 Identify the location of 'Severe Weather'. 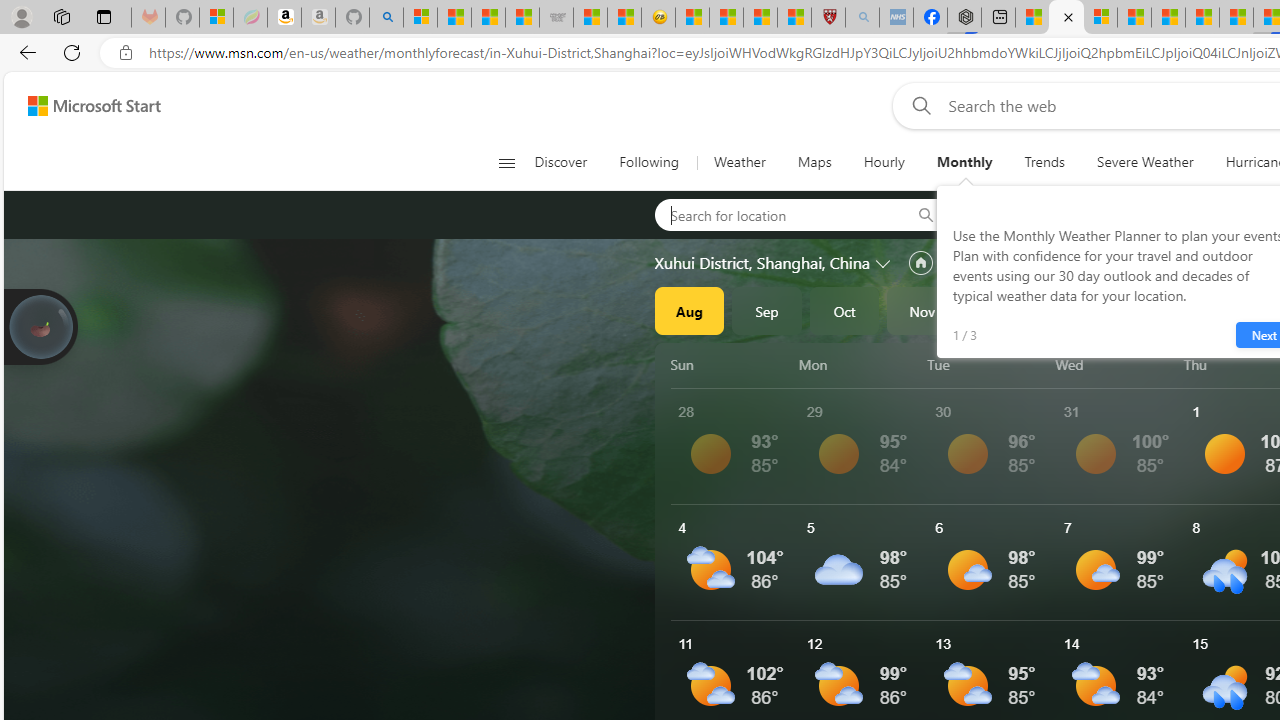
(1145, 162).